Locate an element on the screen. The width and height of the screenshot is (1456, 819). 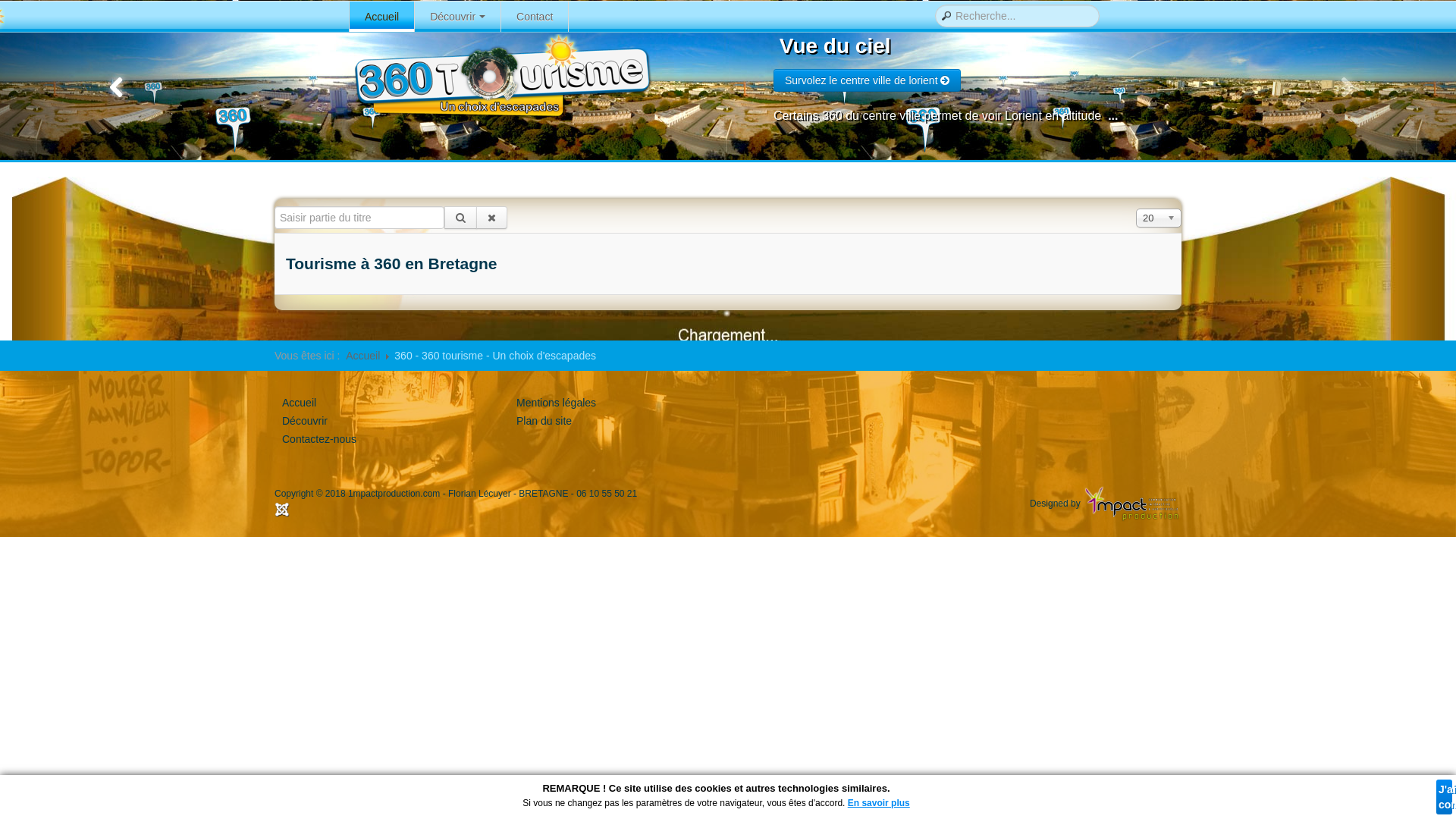
'Effacer' is located at coordinates (491, 217).